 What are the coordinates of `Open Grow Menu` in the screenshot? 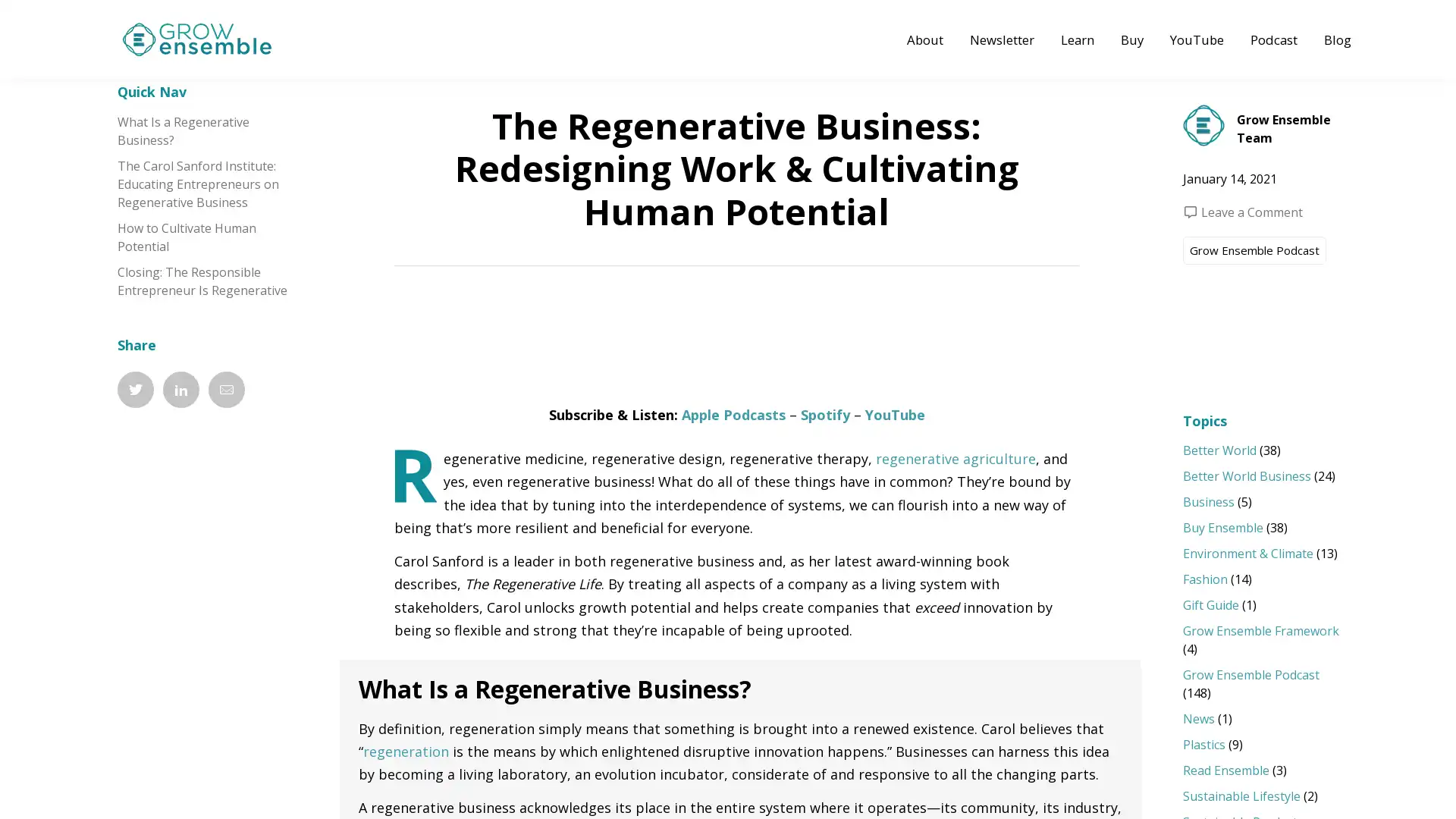 It's located at (1425, 788).